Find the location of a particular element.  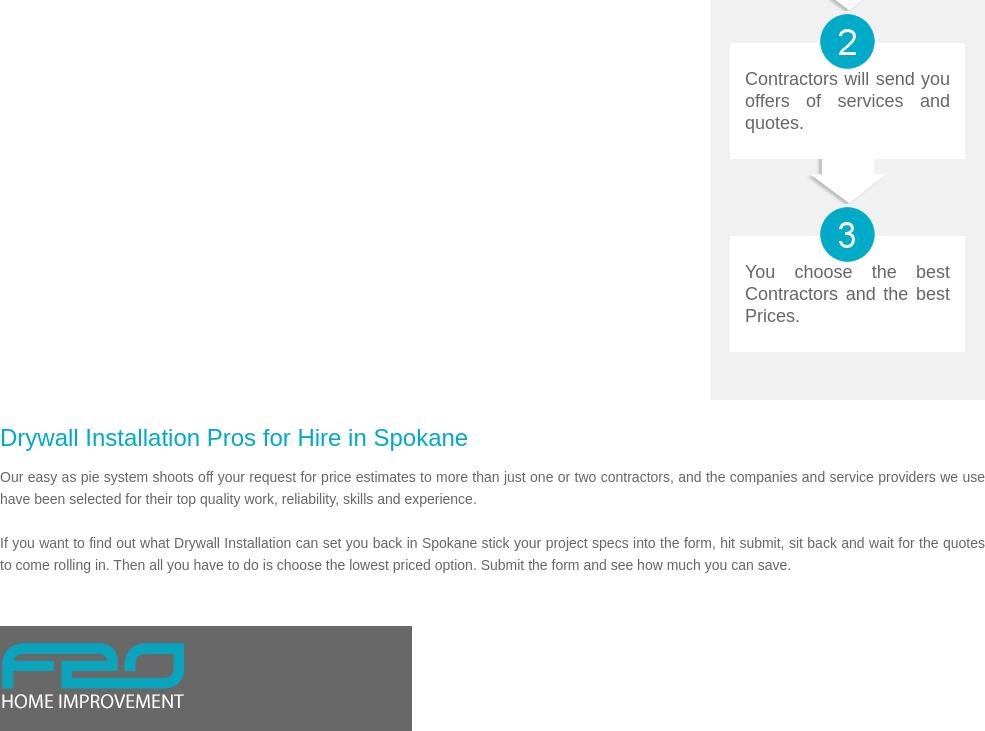

'Contractors will send you offers of services and quotes.' is located at coordinates (846, 100).